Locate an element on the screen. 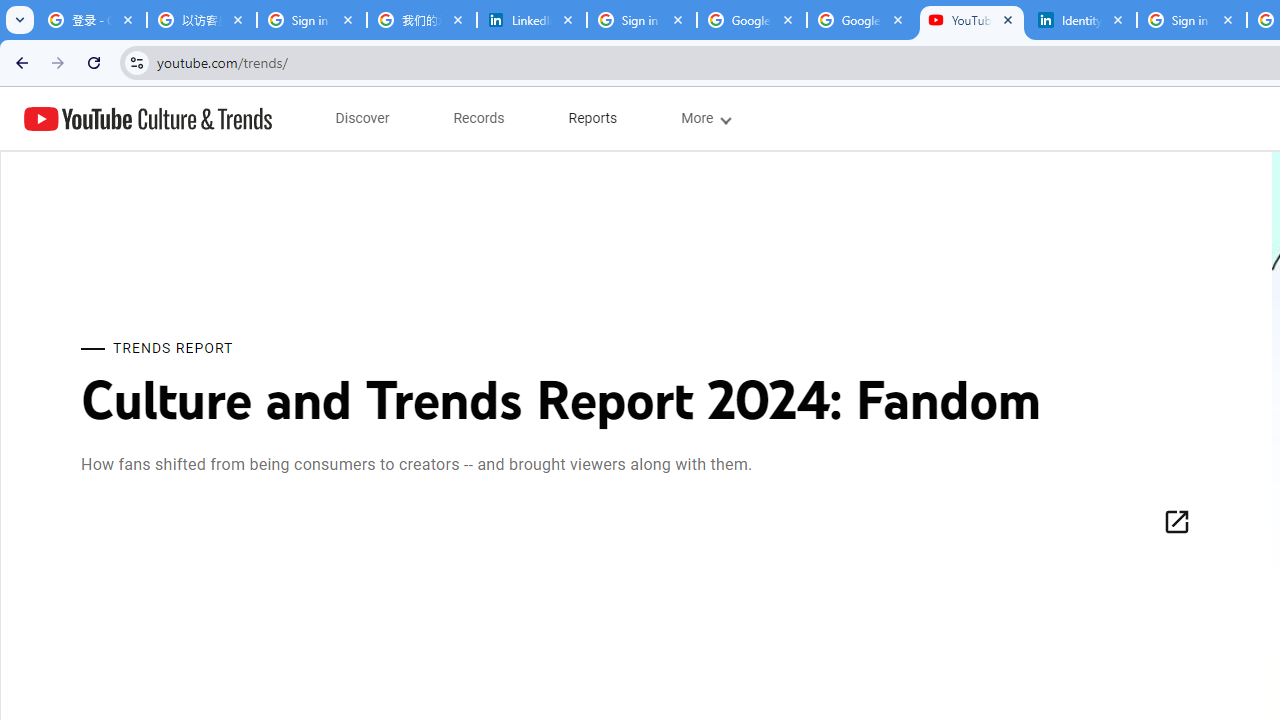 This screenshot has height=720, width=1280. 'subnav-Reports menupopup' is located at coordinates (592, 118).